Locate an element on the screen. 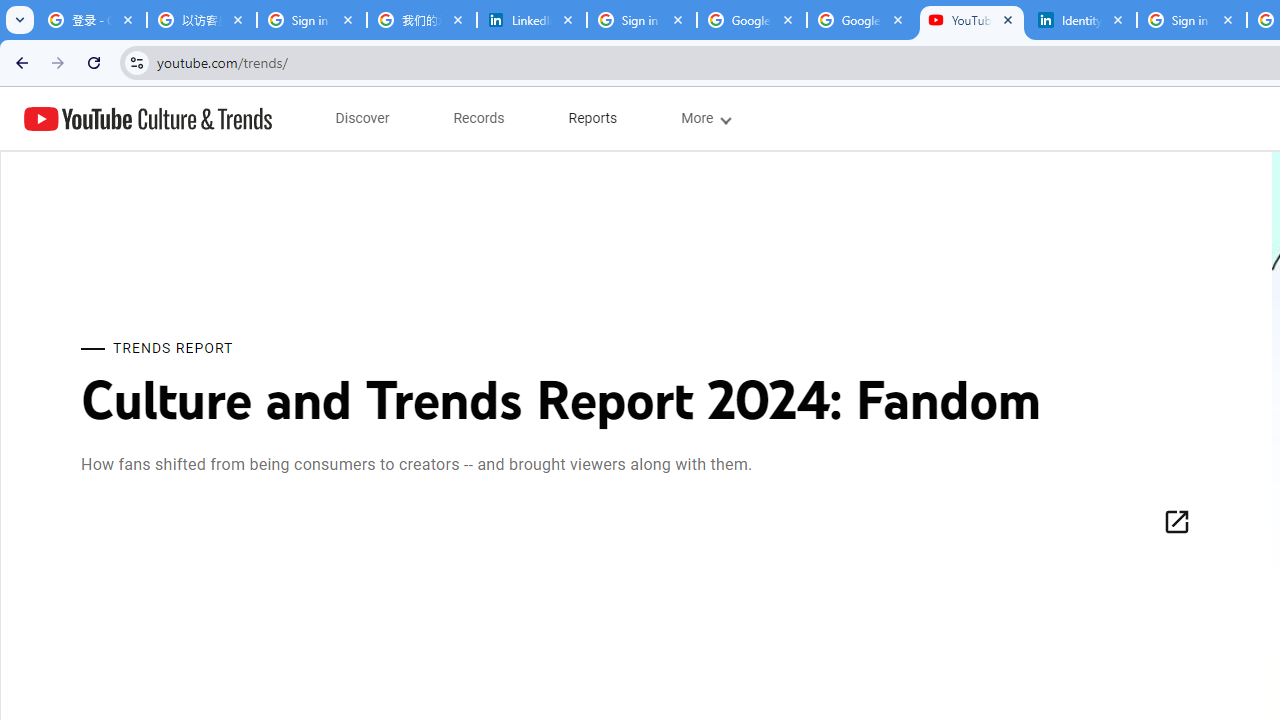 This screenshot has height=720, width=1280. 'subnav-Reports menupopup' is located at coordinates (592, 118).